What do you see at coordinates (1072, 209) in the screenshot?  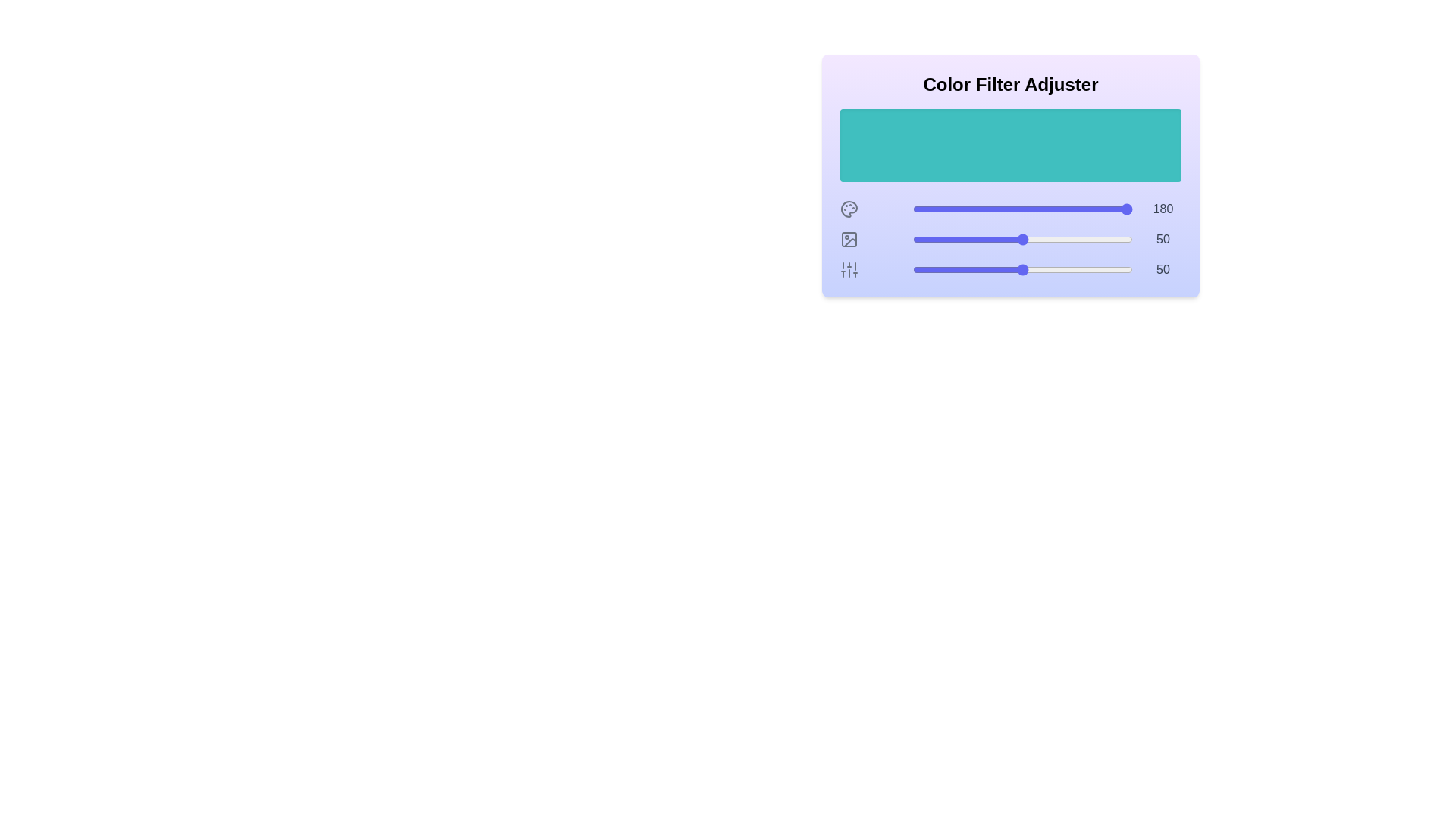 I see `the 0 slider to 73 to observe the color preview area` at bounding box center [1072, 209].